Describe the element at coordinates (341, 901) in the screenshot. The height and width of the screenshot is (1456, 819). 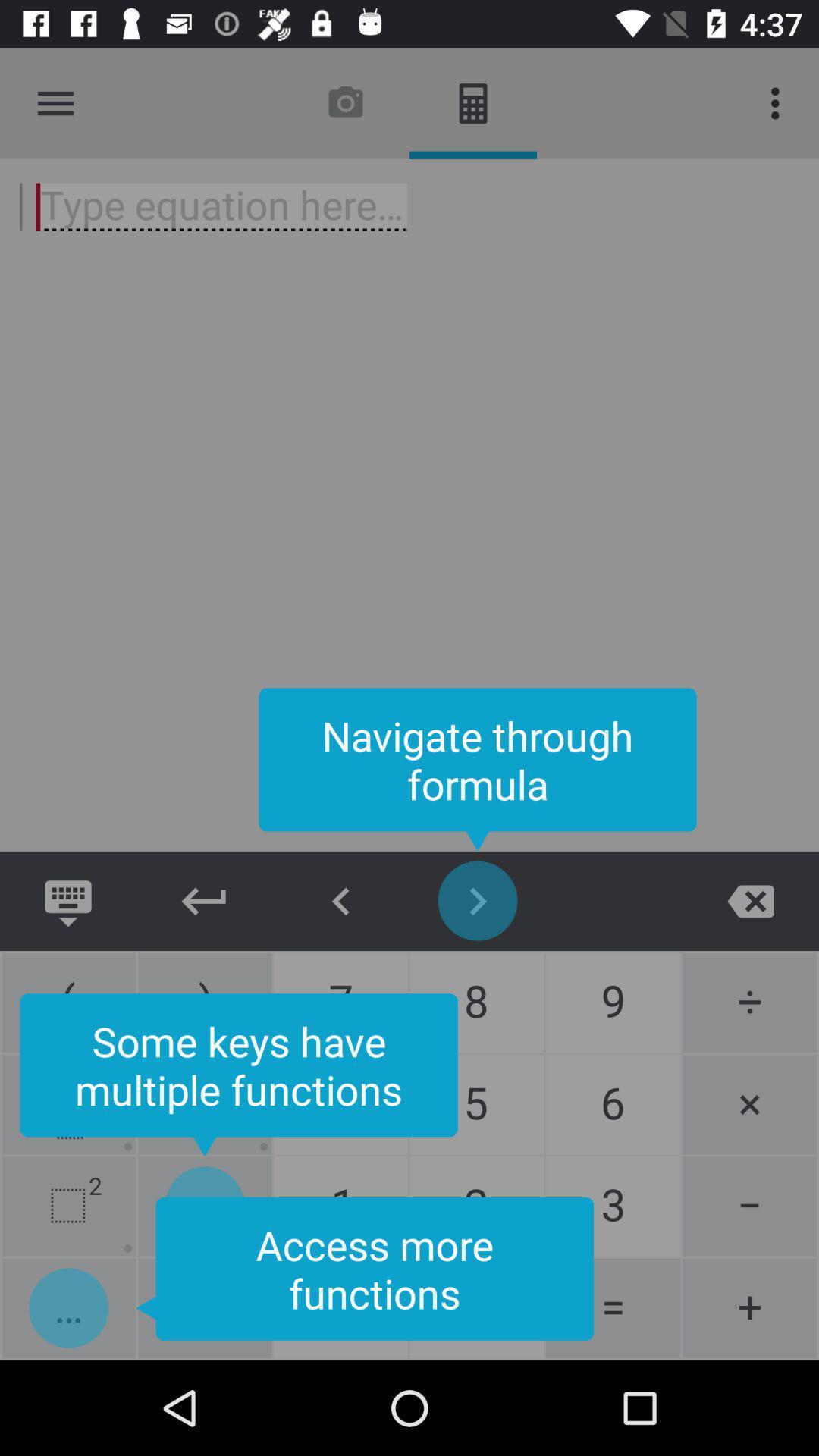
I see `icon below the navigate through formula icon` at that location.